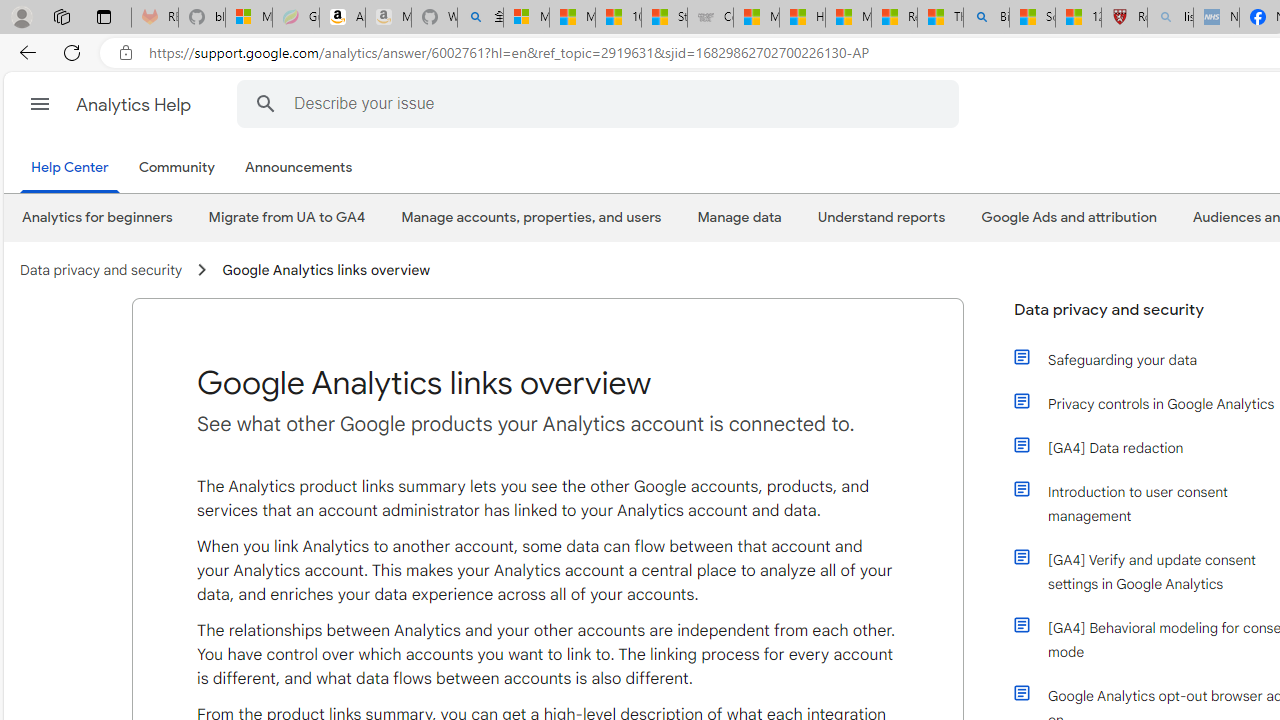  Describe the element at coordinates (297, 167) in the screenshot. I see `'Announcements'` at that location.